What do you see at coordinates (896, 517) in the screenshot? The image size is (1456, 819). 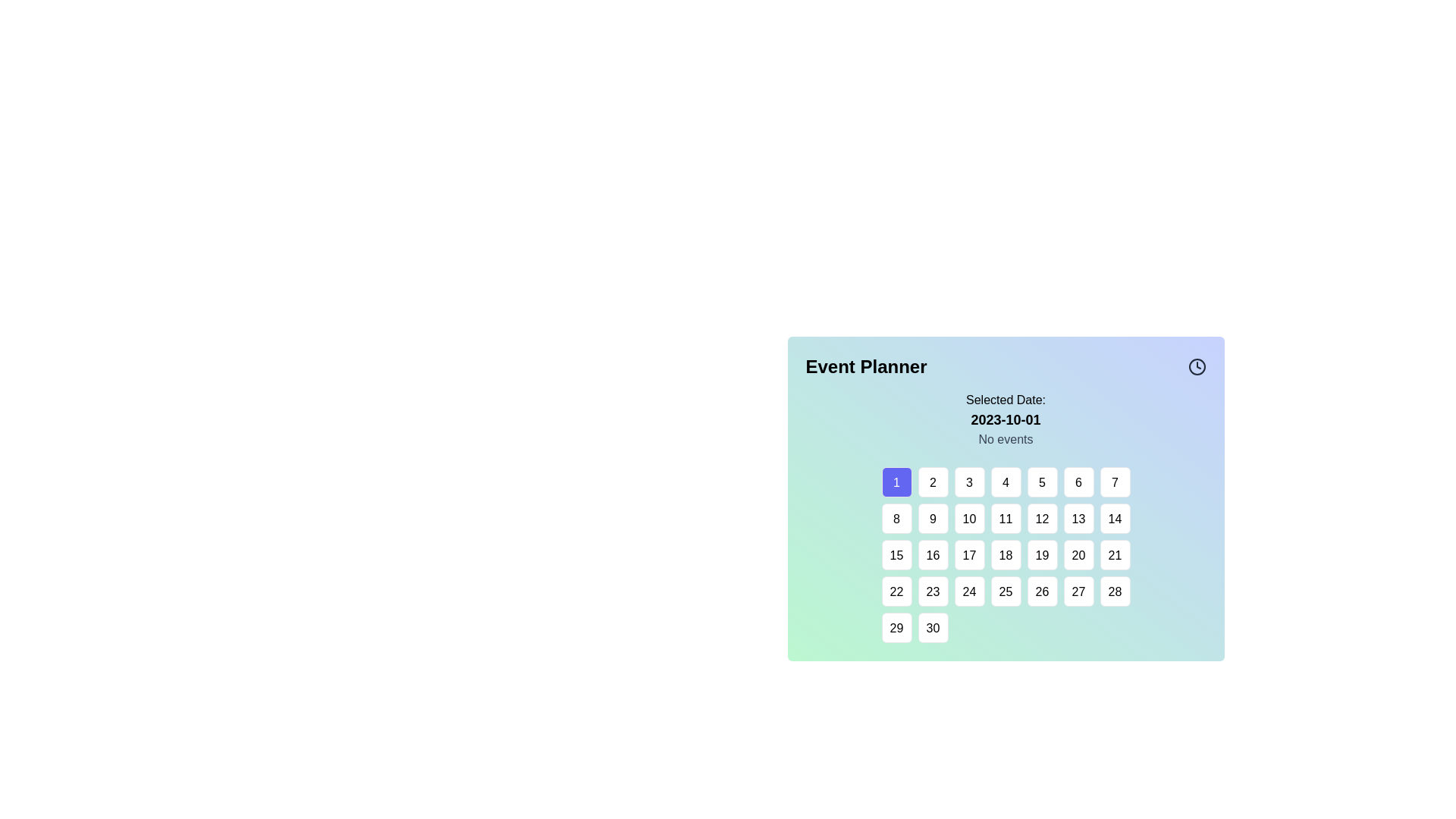 I see `the square-shaped button displaying '8' located in the second row and first column of the calendar grid` at bounding box center [896, 517].